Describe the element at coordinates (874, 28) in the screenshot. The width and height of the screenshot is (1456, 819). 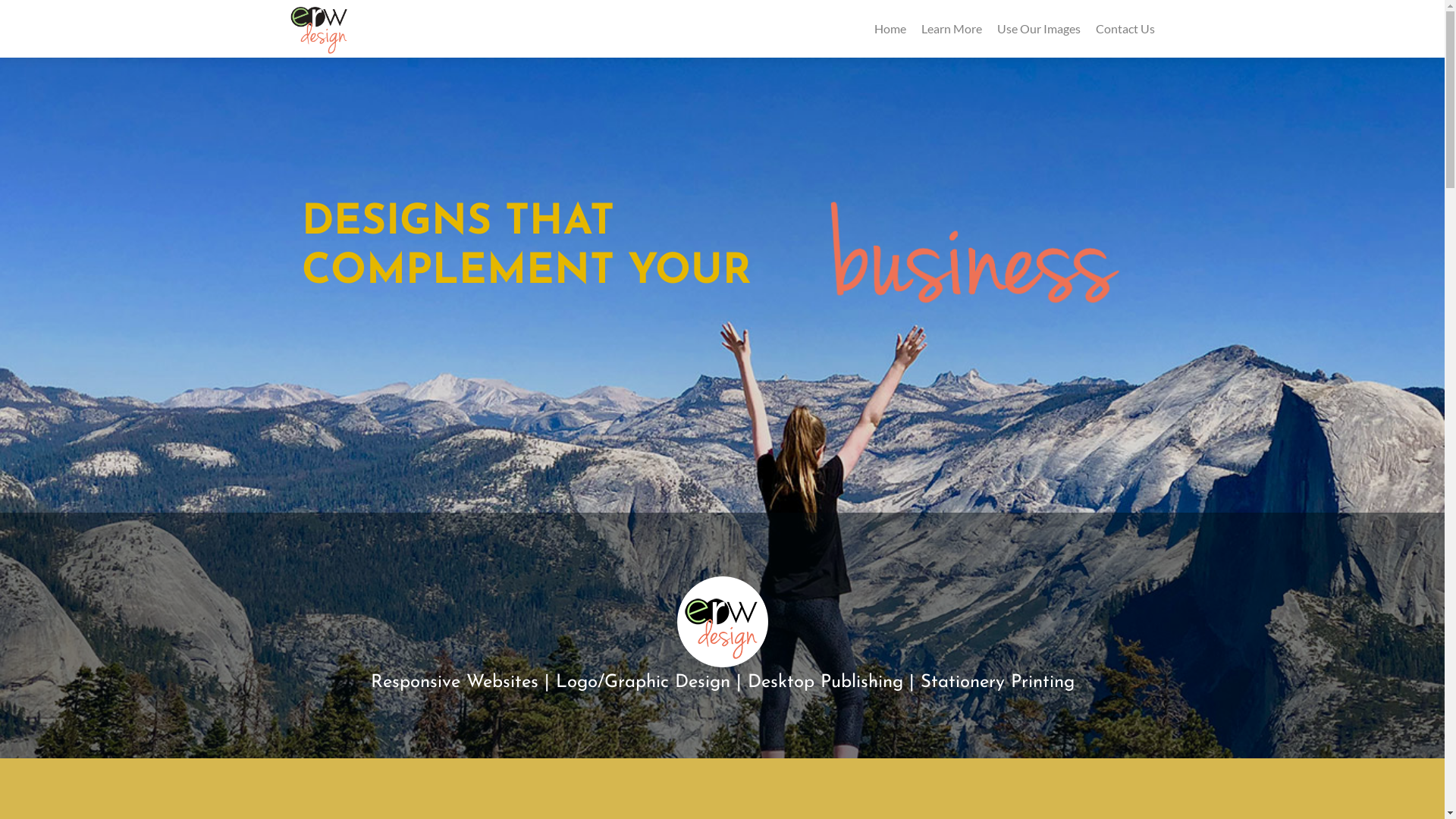
I see `'Home'` at that location.